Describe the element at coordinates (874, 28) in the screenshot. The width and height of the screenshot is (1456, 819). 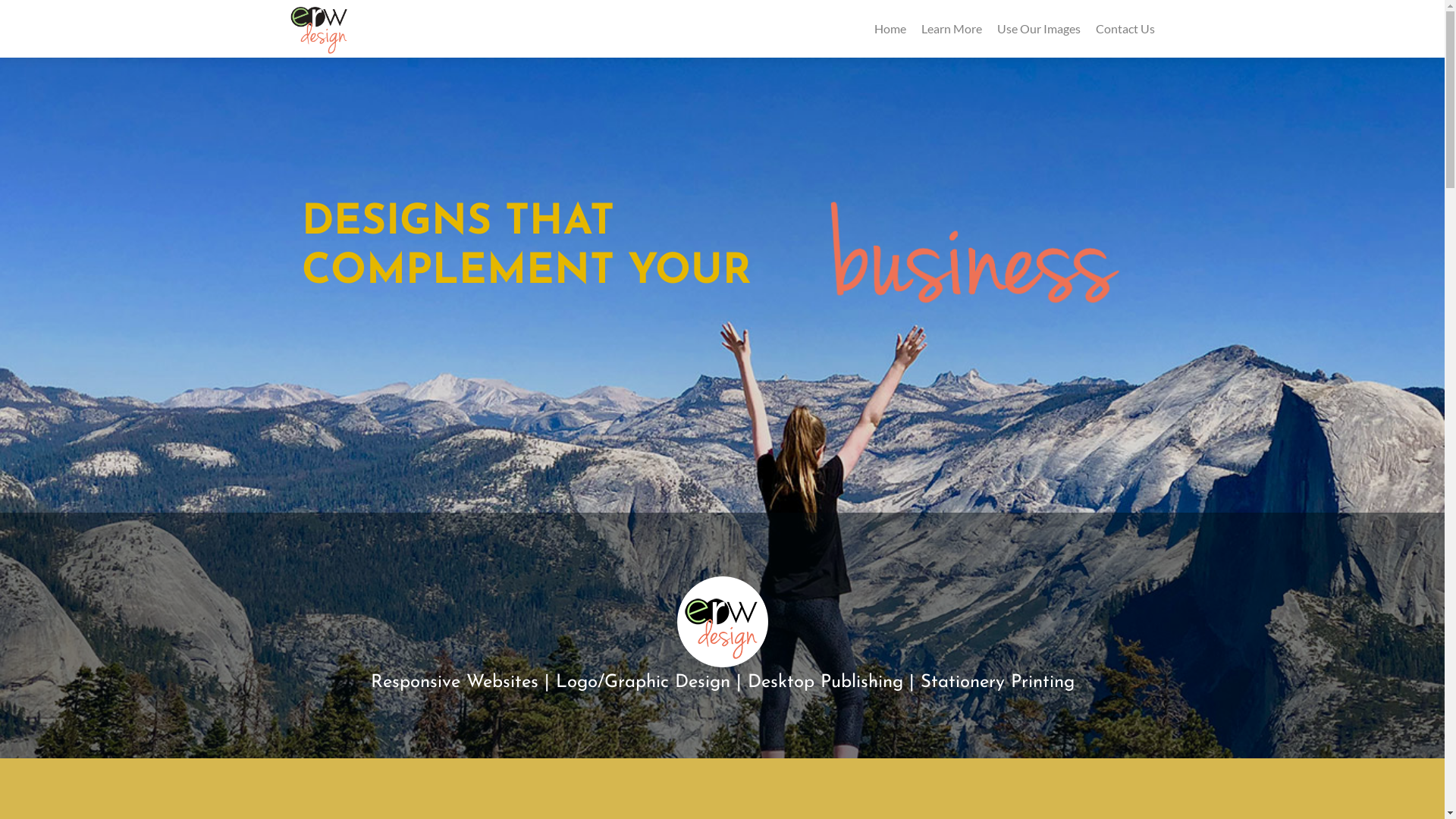
I see `'Home'` at that location.